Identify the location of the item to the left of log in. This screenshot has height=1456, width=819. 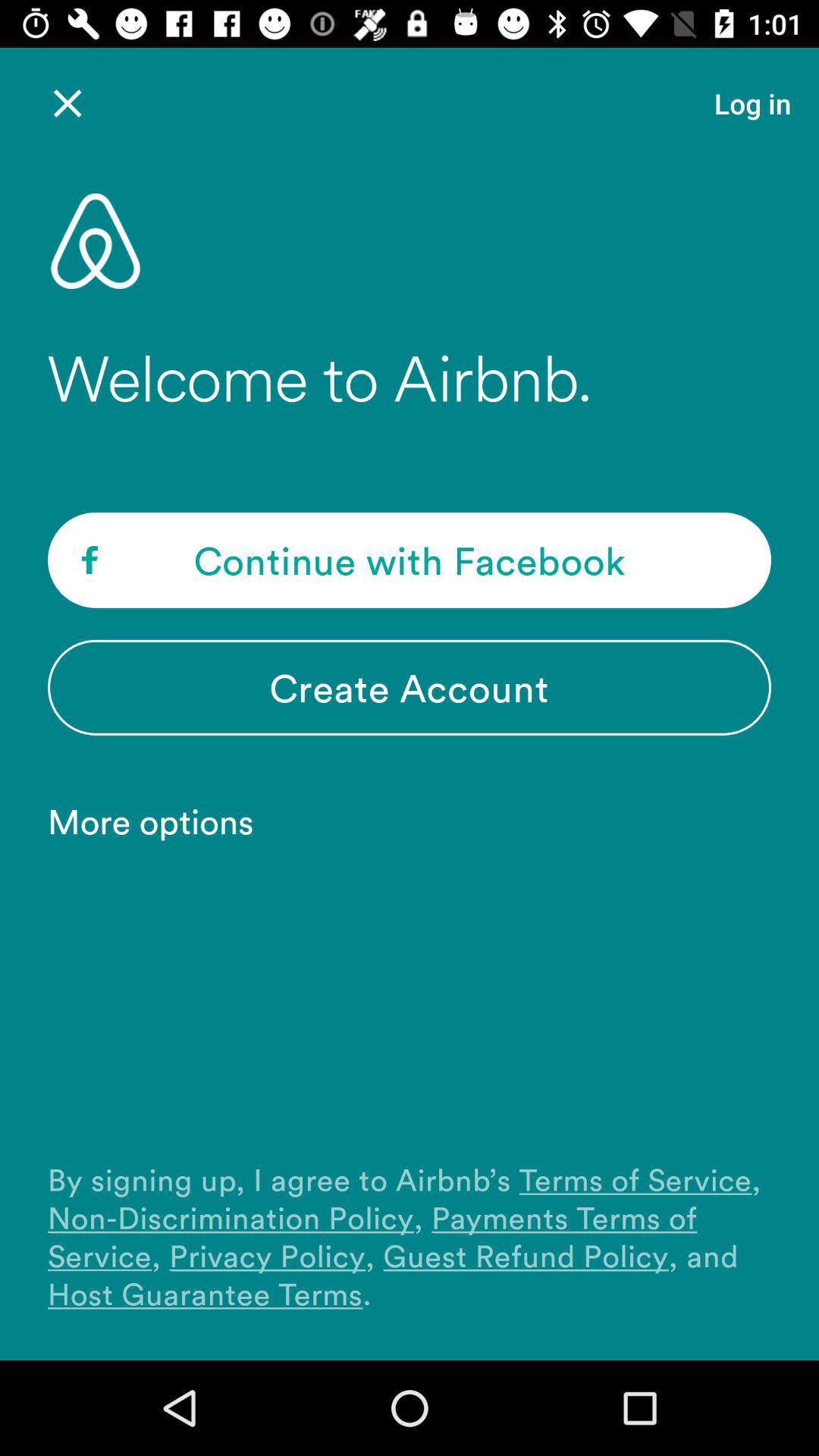
(67, 102).